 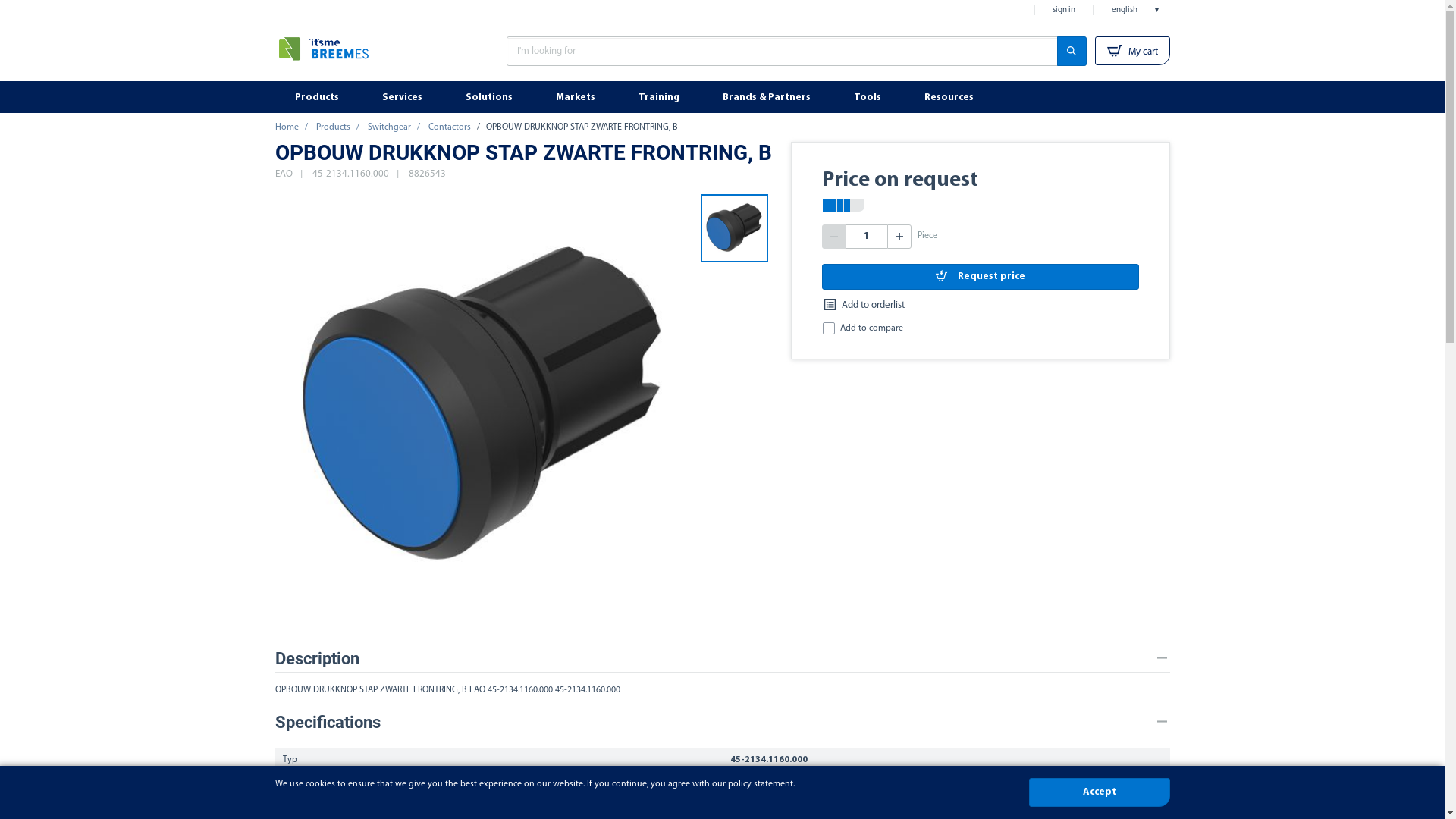 What do you see at coordinates (1099, 792) in the screenshot?
I see `'Accept'` at bounding box center [1099, 792].